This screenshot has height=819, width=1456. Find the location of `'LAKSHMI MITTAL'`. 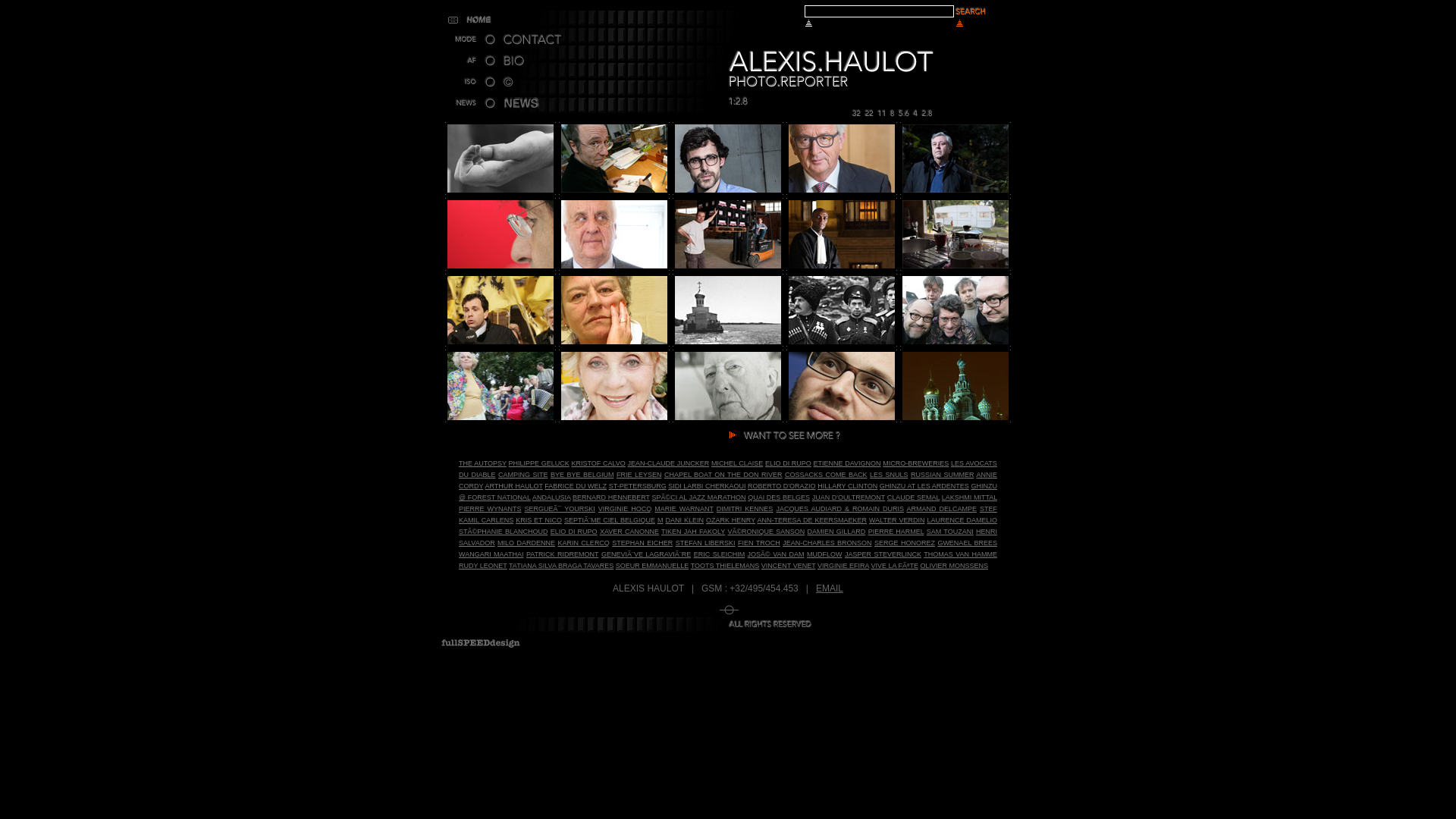

'LAKSHMI MITTAL' is located at coordinates (941, 497).